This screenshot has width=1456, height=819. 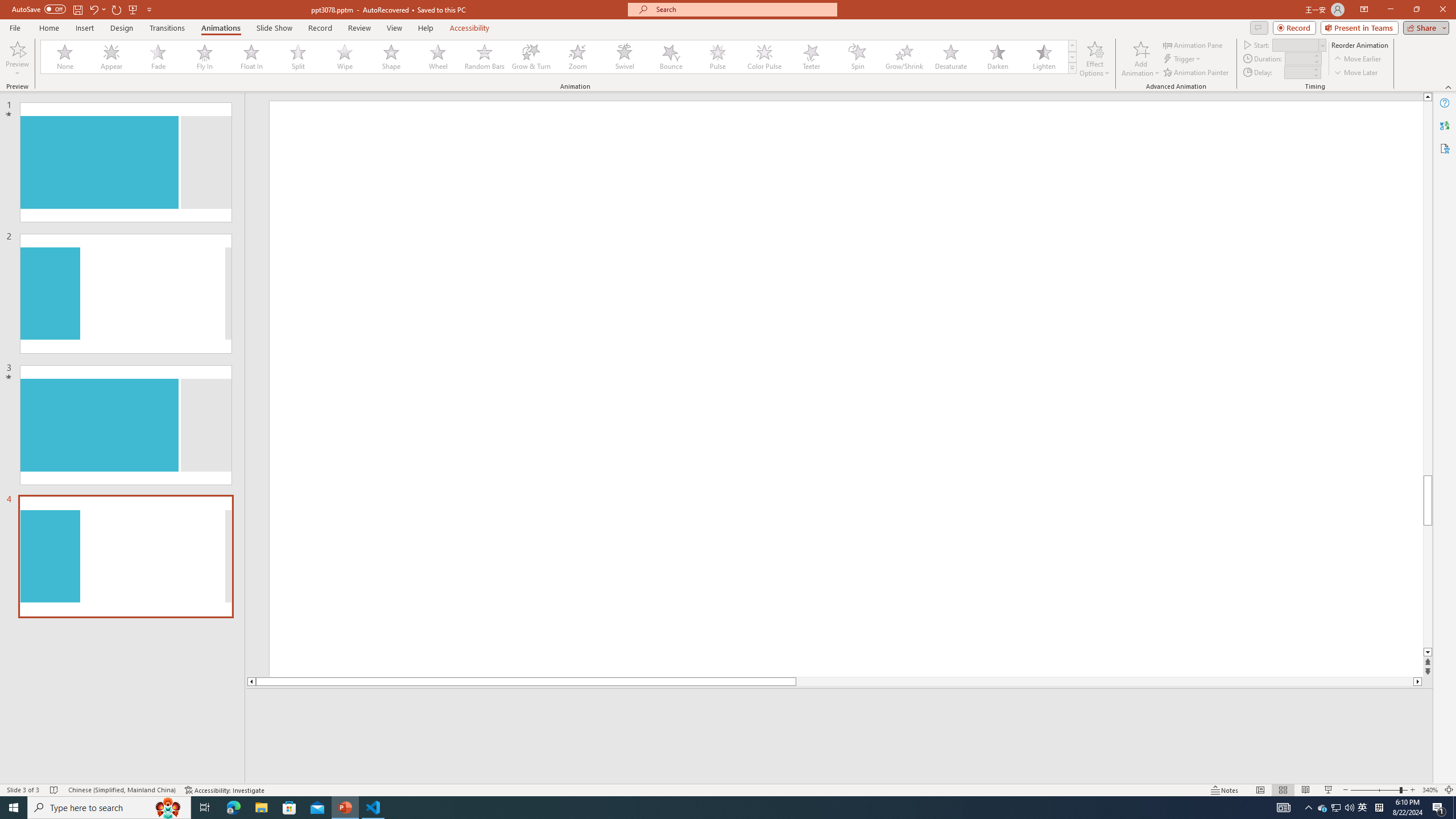 I want to click on 'Appear', so click(x=111, y=56).